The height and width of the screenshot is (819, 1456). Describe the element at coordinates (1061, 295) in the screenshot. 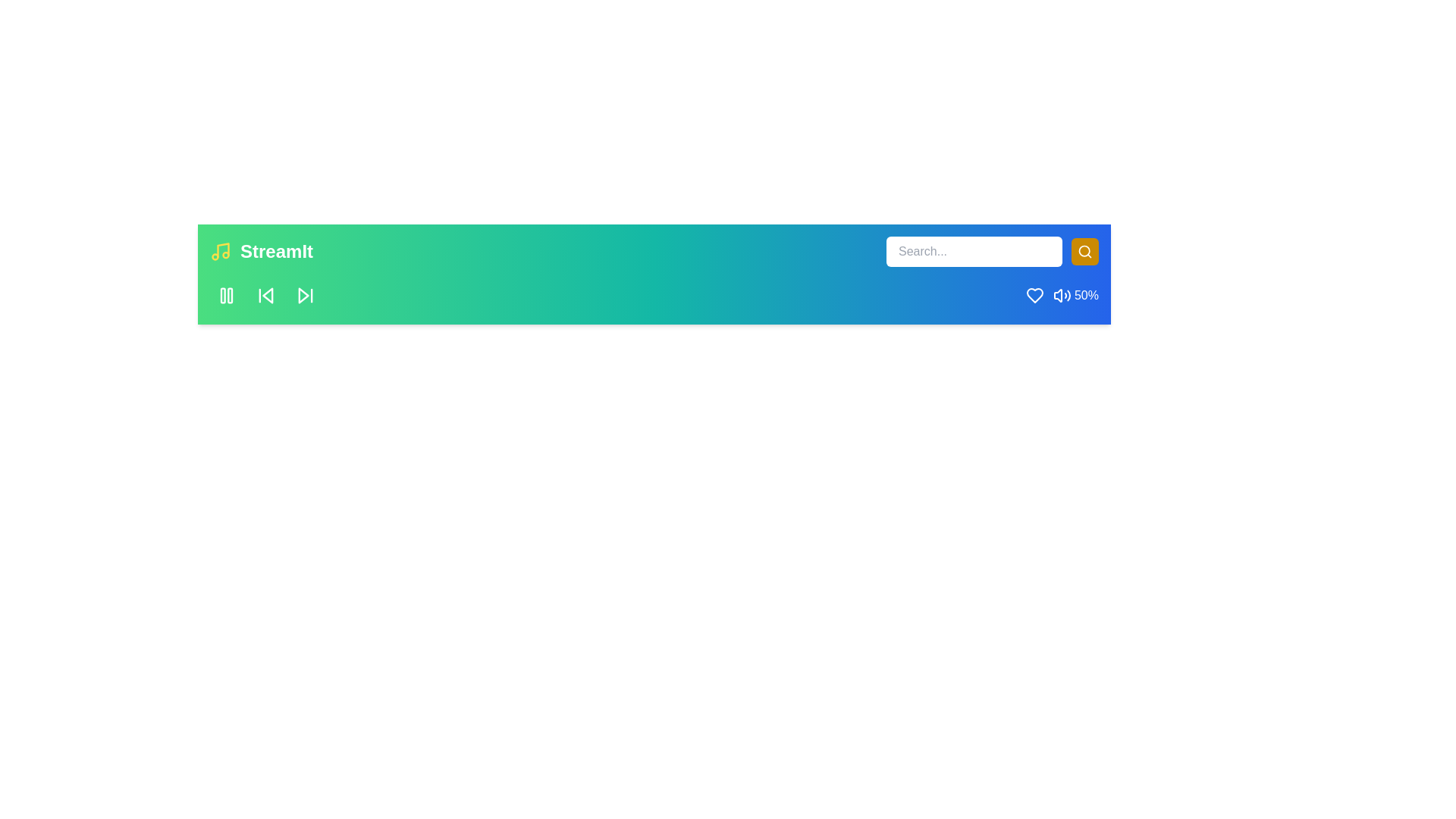

I see `the volume to 52% by interacting with the volume control` at that location.